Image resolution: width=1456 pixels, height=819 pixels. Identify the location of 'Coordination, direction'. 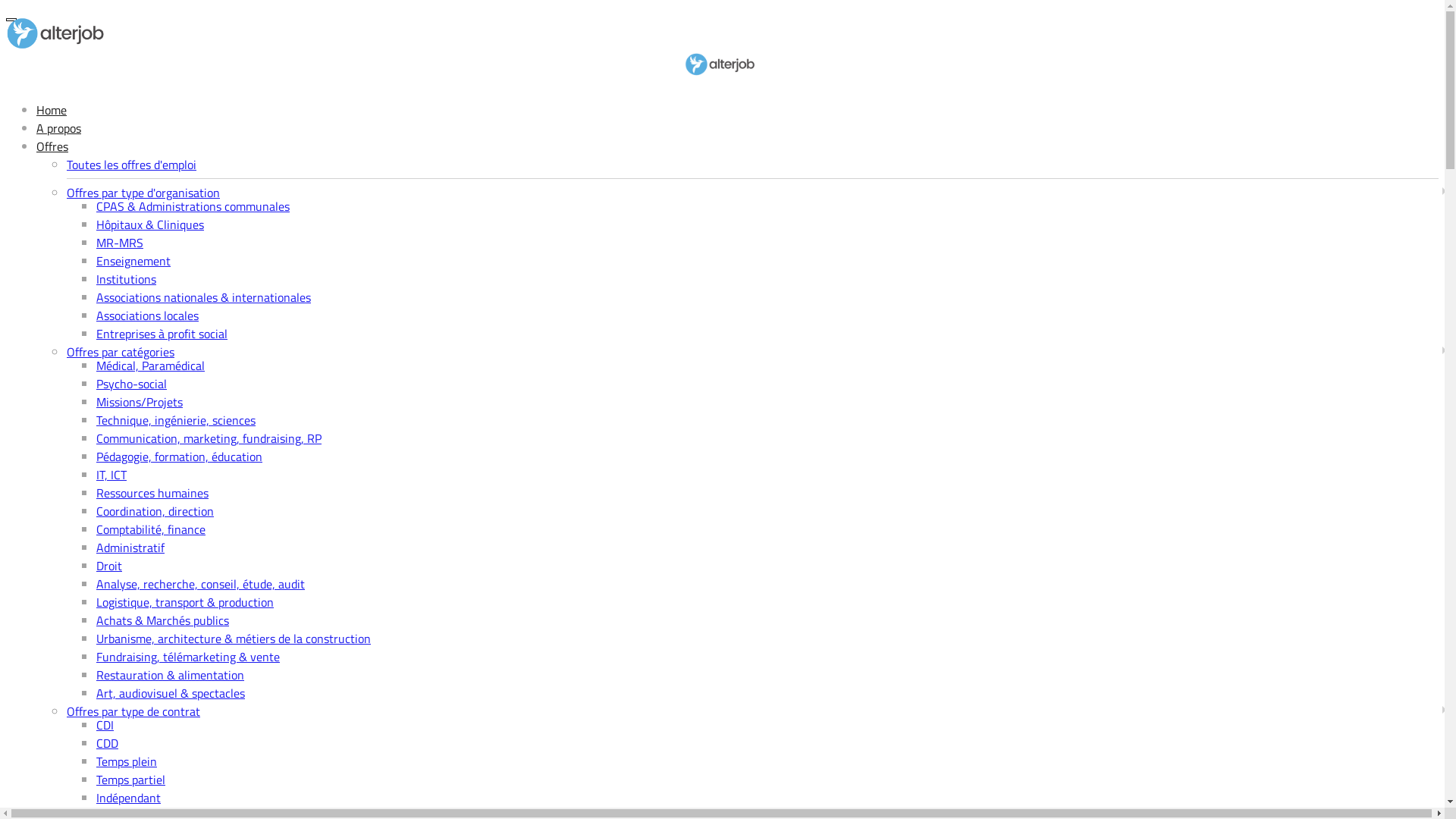
(155, 511).